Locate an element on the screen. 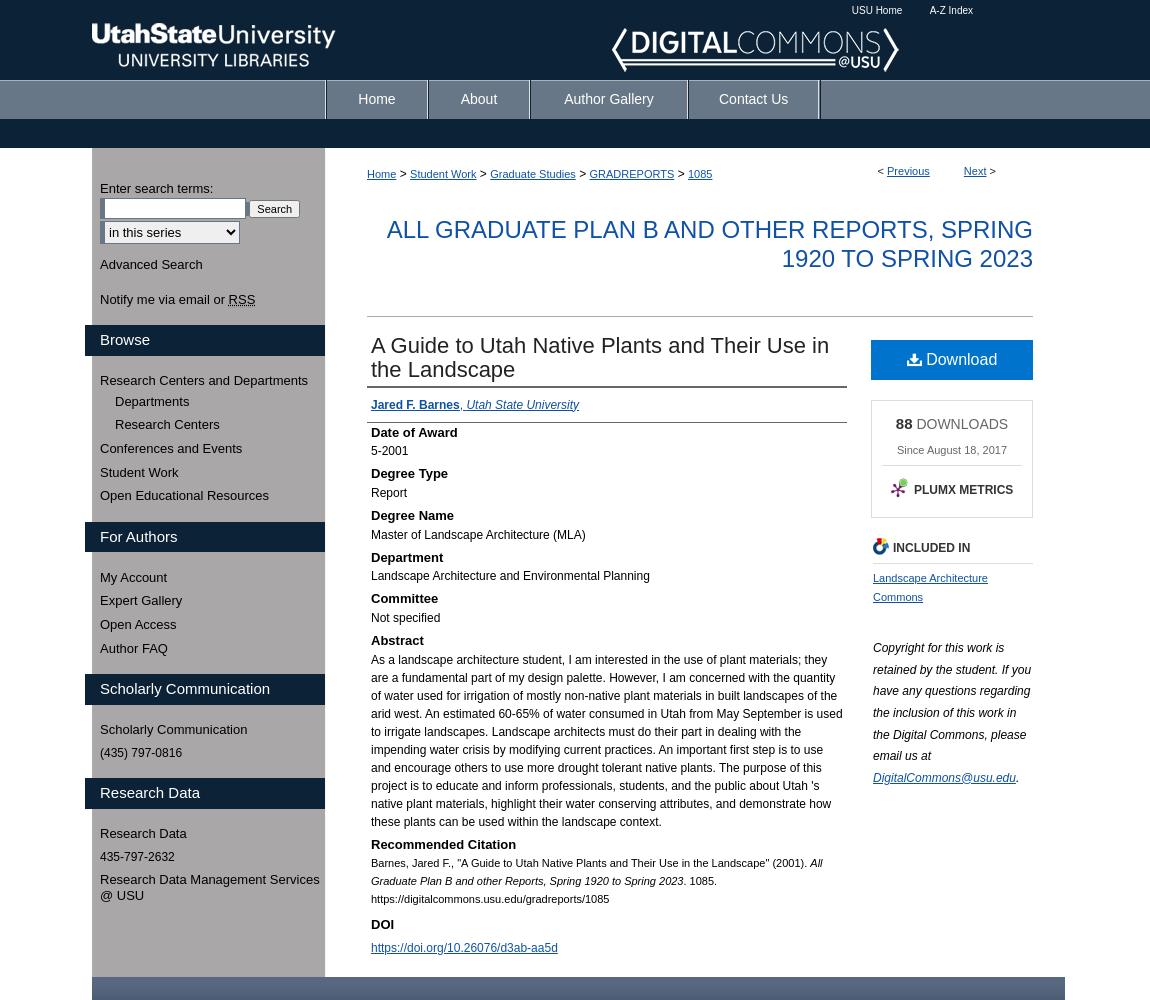 The image size is (1150, 1000). 'As a landscape architecture student, I am interested in the use of plant materials; they are a fundamental part of my design palette. However, I am concerned with the quantity of water used for irrigation of mostly non-native plant materials in built landscapes of the arid west. An estimated 60-65% of water consumed in Utah from May September is used to irrigate landscapes. Landscape architects must do their part in dealing with the impending water crisis by modifying current practices. An important first step is to use and encourage others to use more drought tolerant native plants. The purpose of this project is to educate and inform professionals, students, and the public about Utah 's native plant materials, highlight their water conserving attributes, and demonstrate how these plants can be used within the landscape context.' is located at coordinates (370, 739).